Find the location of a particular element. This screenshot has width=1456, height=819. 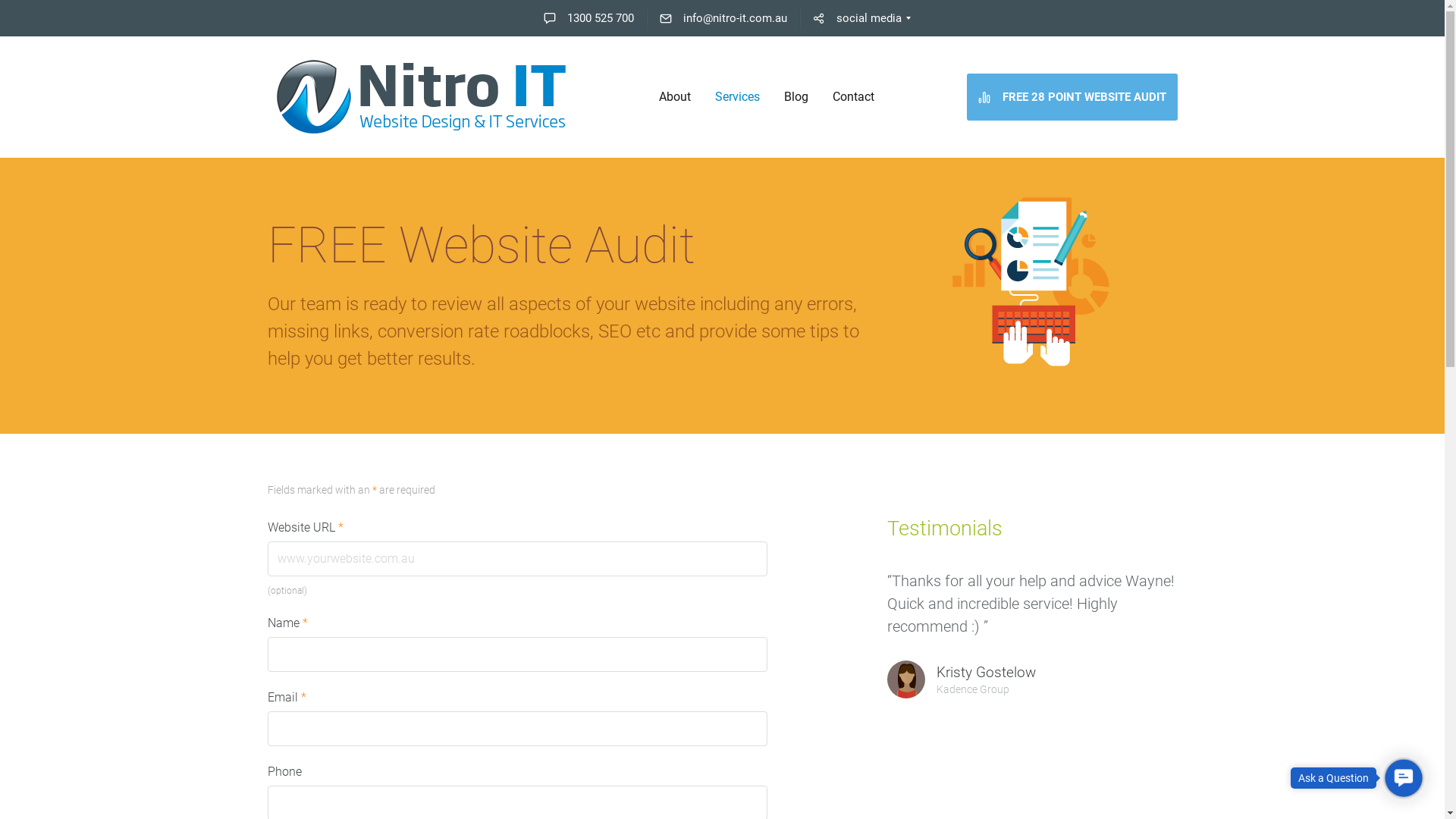

'social media' is located at coordinates (799, 17).